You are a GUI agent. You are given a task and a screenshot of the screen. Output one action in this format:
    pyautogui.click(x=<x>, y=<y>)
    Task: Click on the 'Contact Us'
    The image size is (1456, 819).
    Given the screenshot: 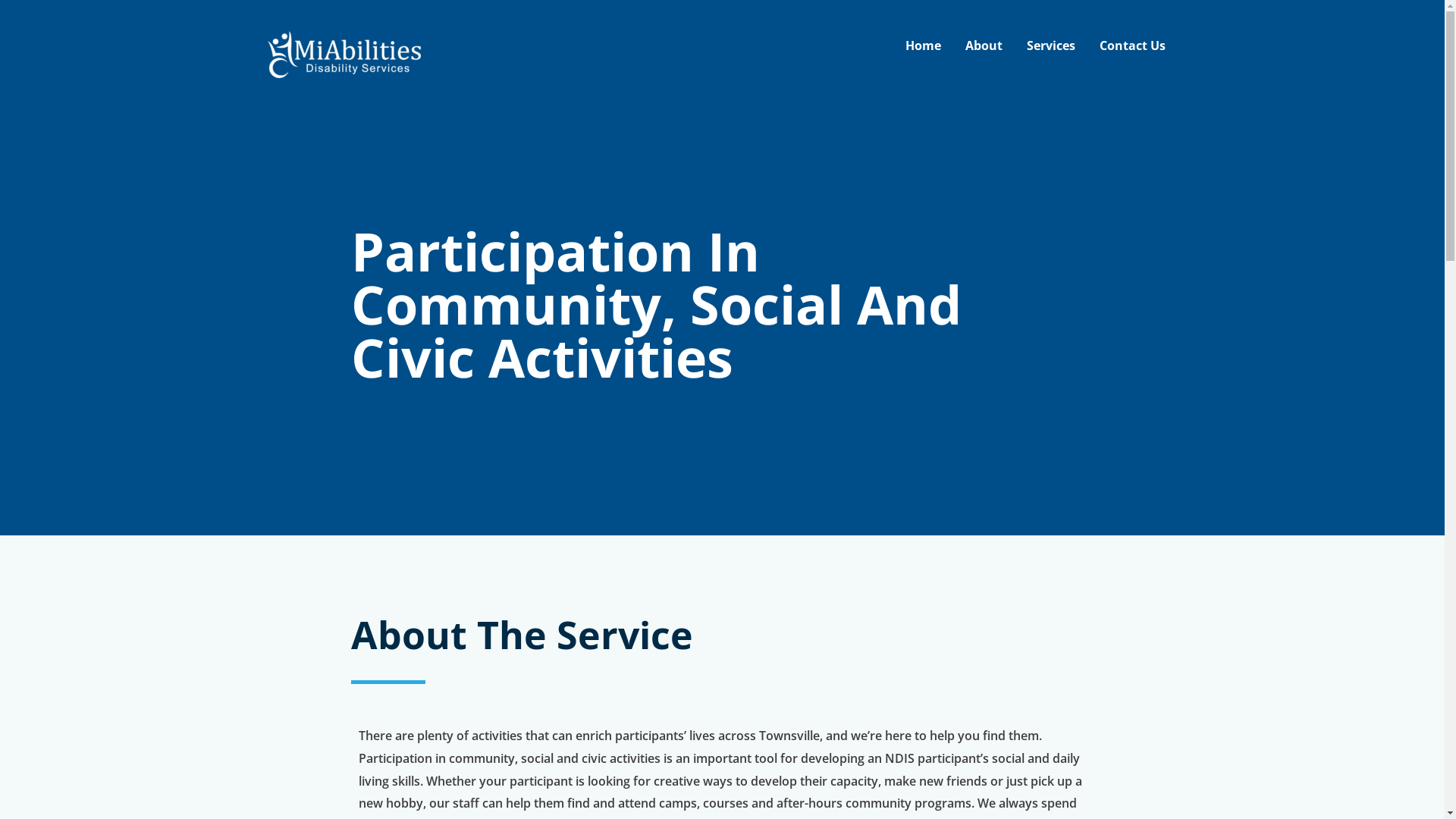 What is the action you would take?
    pyautogui.click(x=1087, y=45)
    